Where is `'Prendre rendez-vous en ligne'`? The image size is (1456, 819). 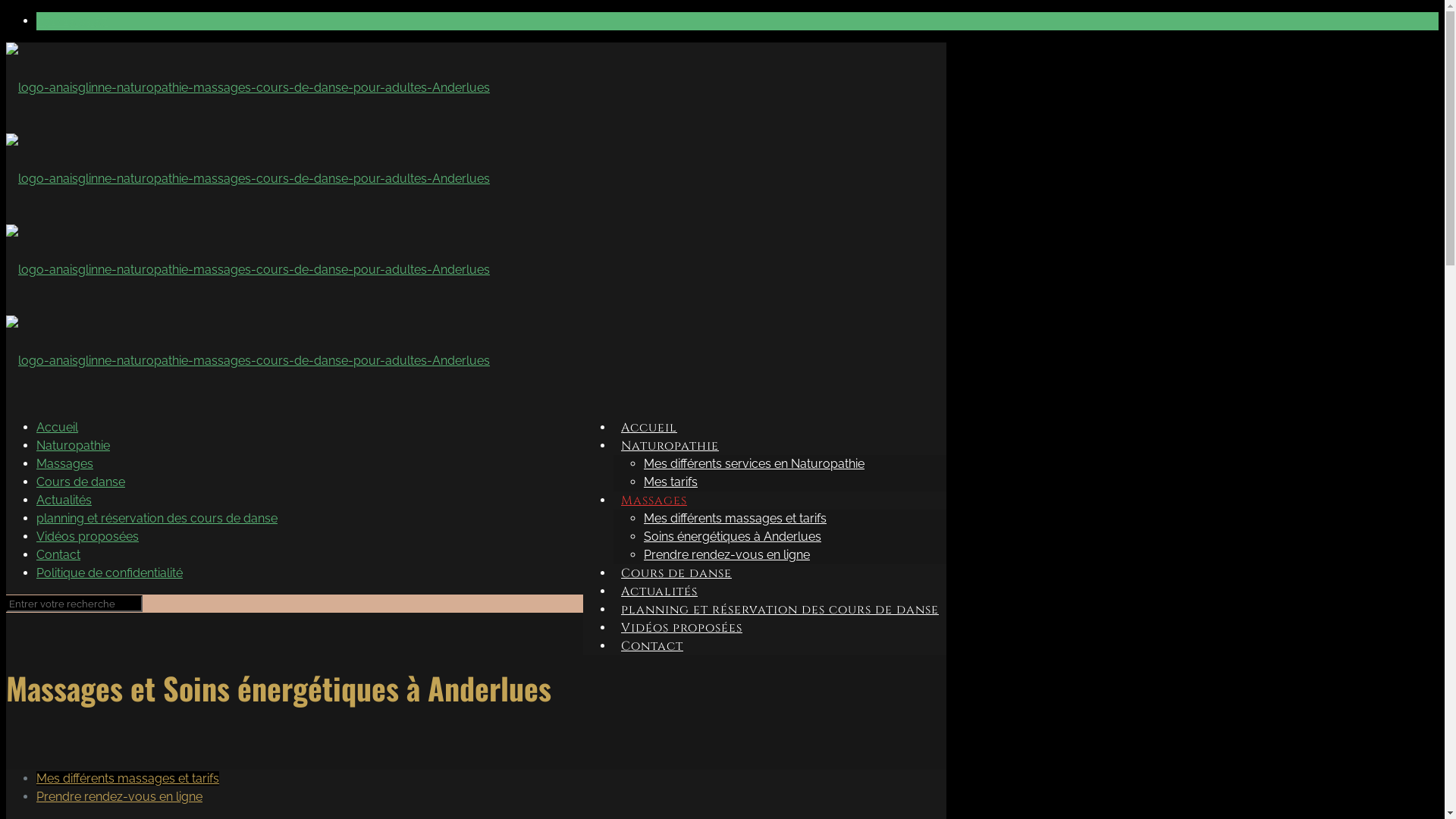
'Prendre rendez-vous en ligne' is located at coordinates (118, 795).